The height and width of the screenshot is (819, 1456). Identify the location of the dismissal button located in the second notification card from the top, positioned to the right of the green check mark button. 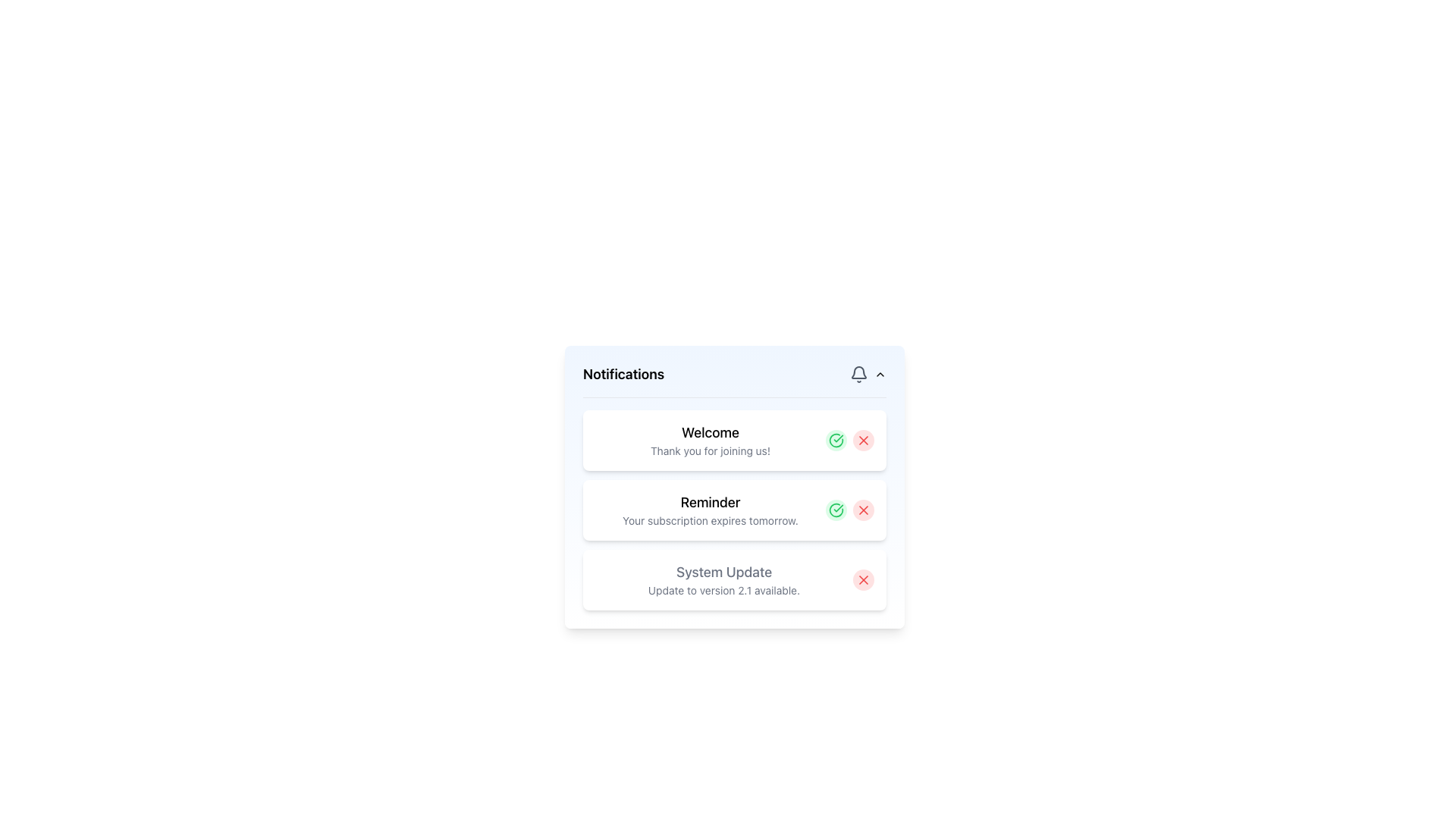
(863, 510).